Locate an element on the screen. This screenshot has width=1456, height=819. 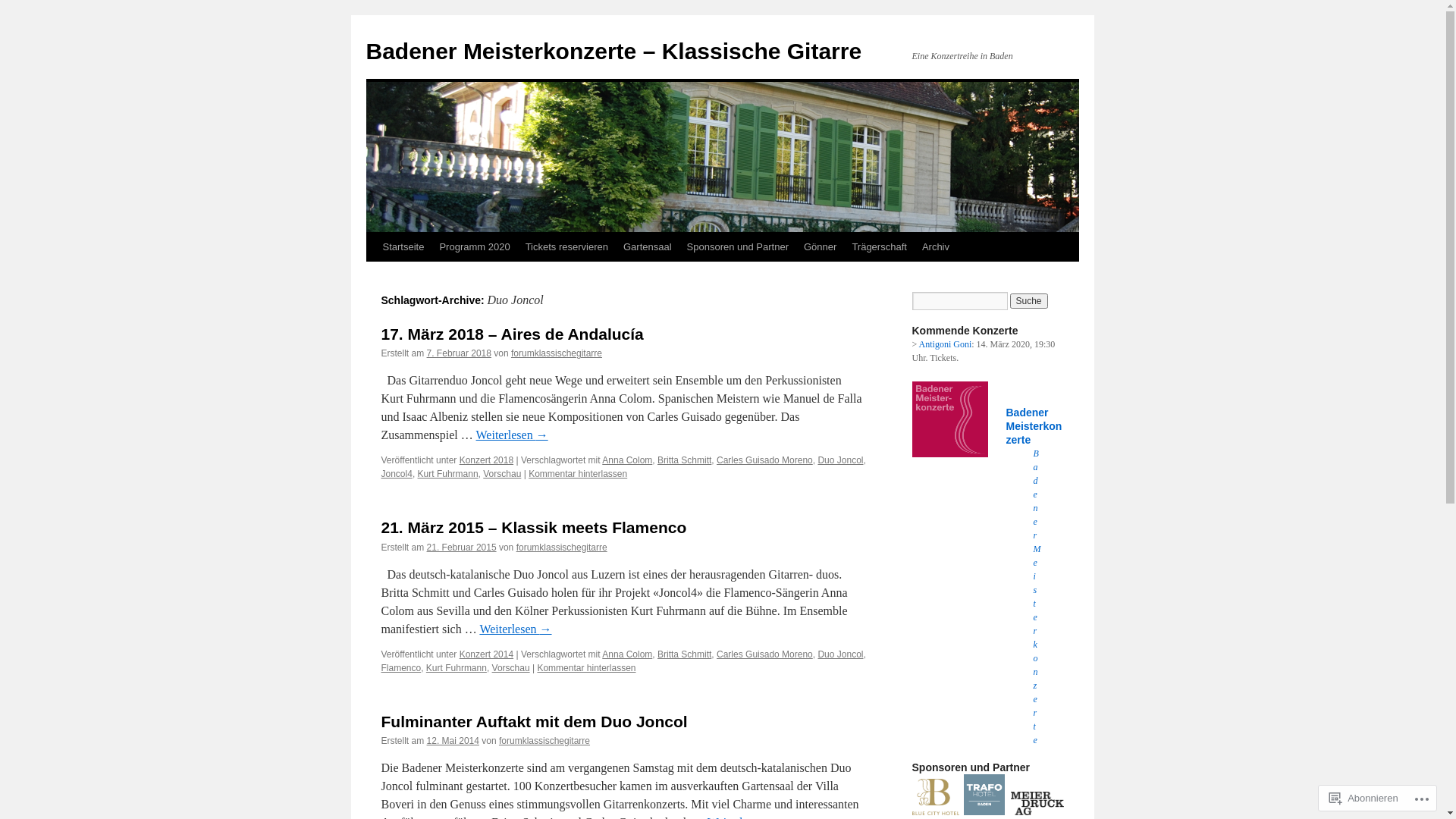
'Abonnieren' is located at coordinates (1363, 797).